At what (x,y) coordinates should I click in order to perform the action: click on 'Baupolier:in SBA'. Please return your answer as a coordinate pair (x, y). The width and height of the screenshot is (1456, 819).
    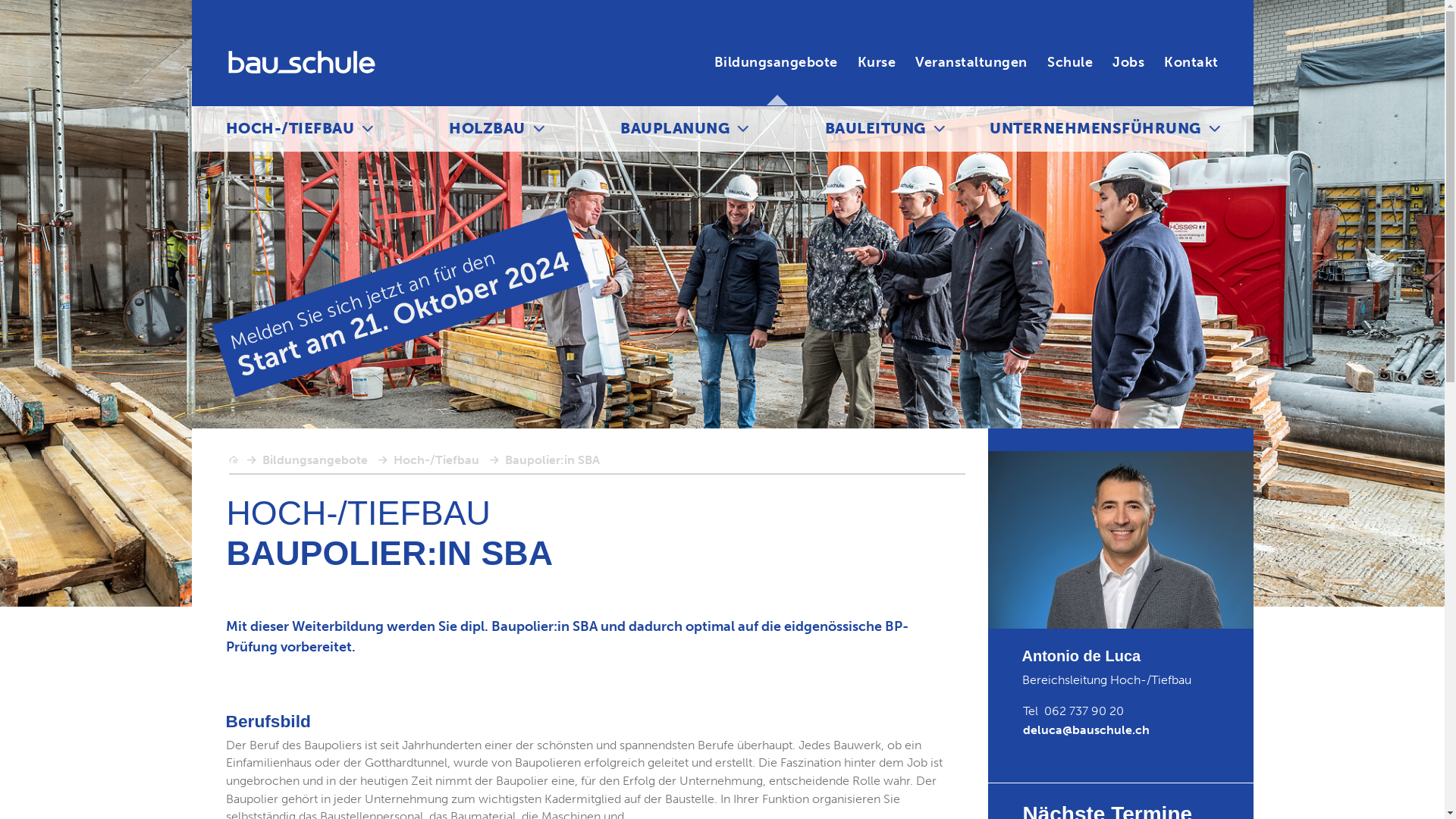
    Looking at the image, I should click on (551, 459).